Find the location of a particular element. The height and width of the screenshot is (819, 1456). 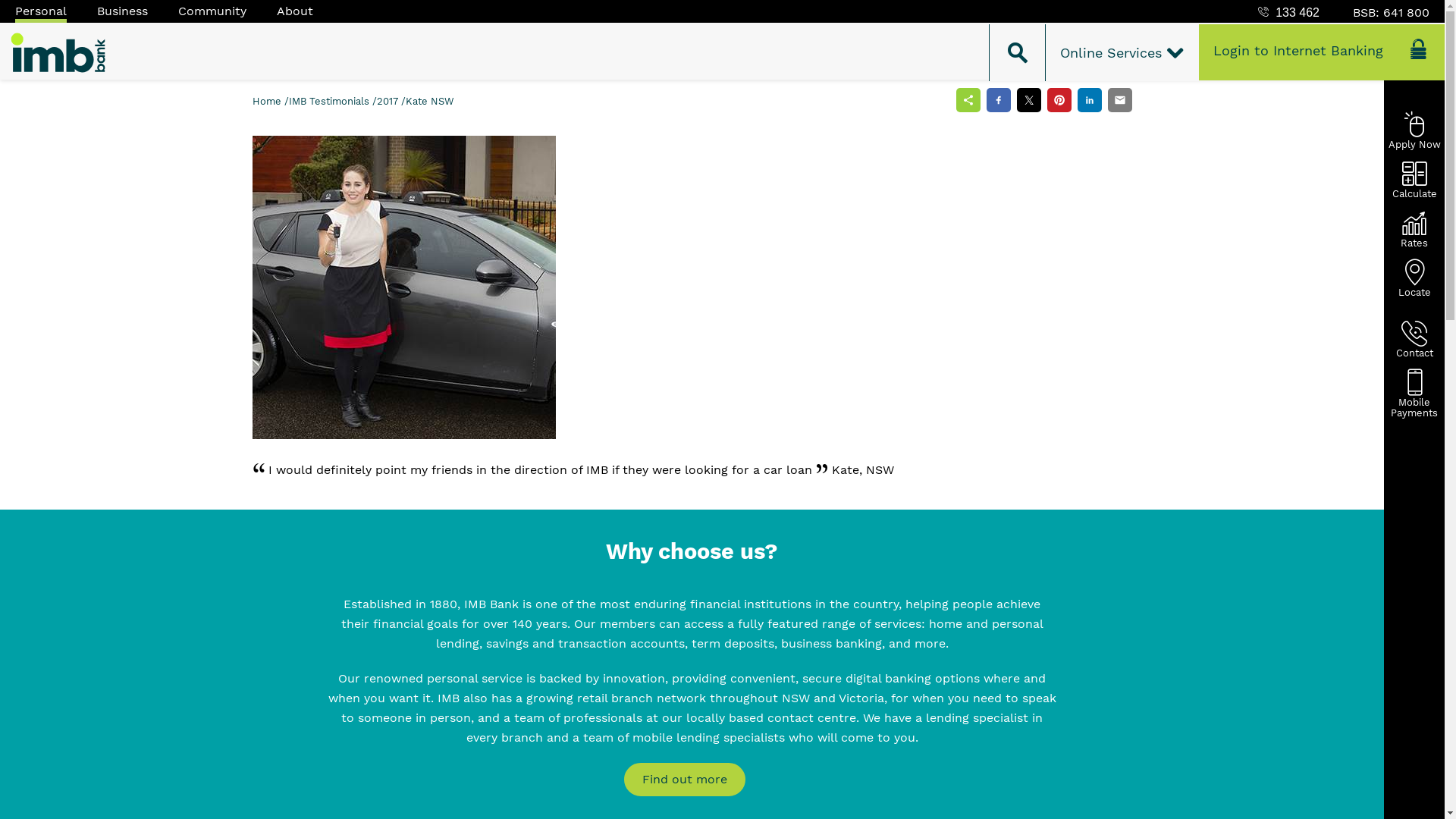

'Contact' is located at coordinates (1414, 337).